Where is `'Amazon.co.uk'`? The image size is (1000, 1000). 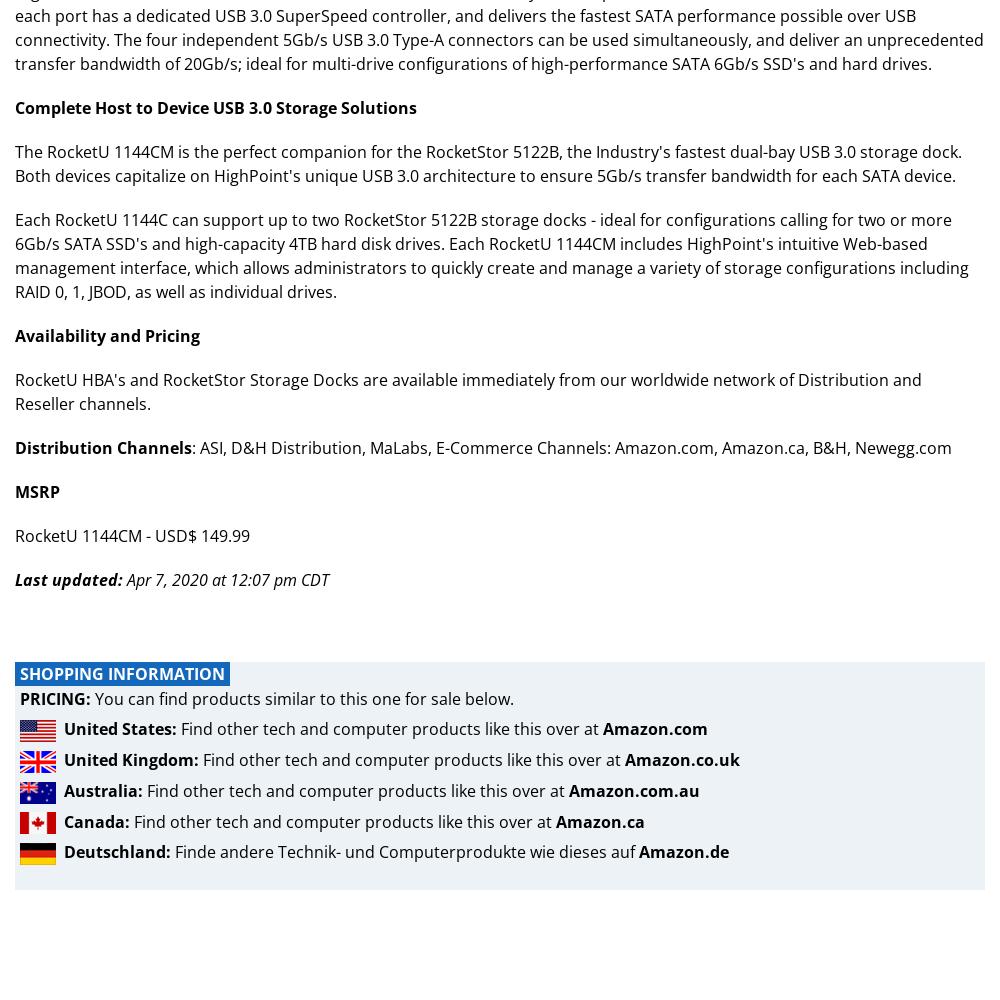
'Amazon.co.uk' is located at coordinates (625, 760).